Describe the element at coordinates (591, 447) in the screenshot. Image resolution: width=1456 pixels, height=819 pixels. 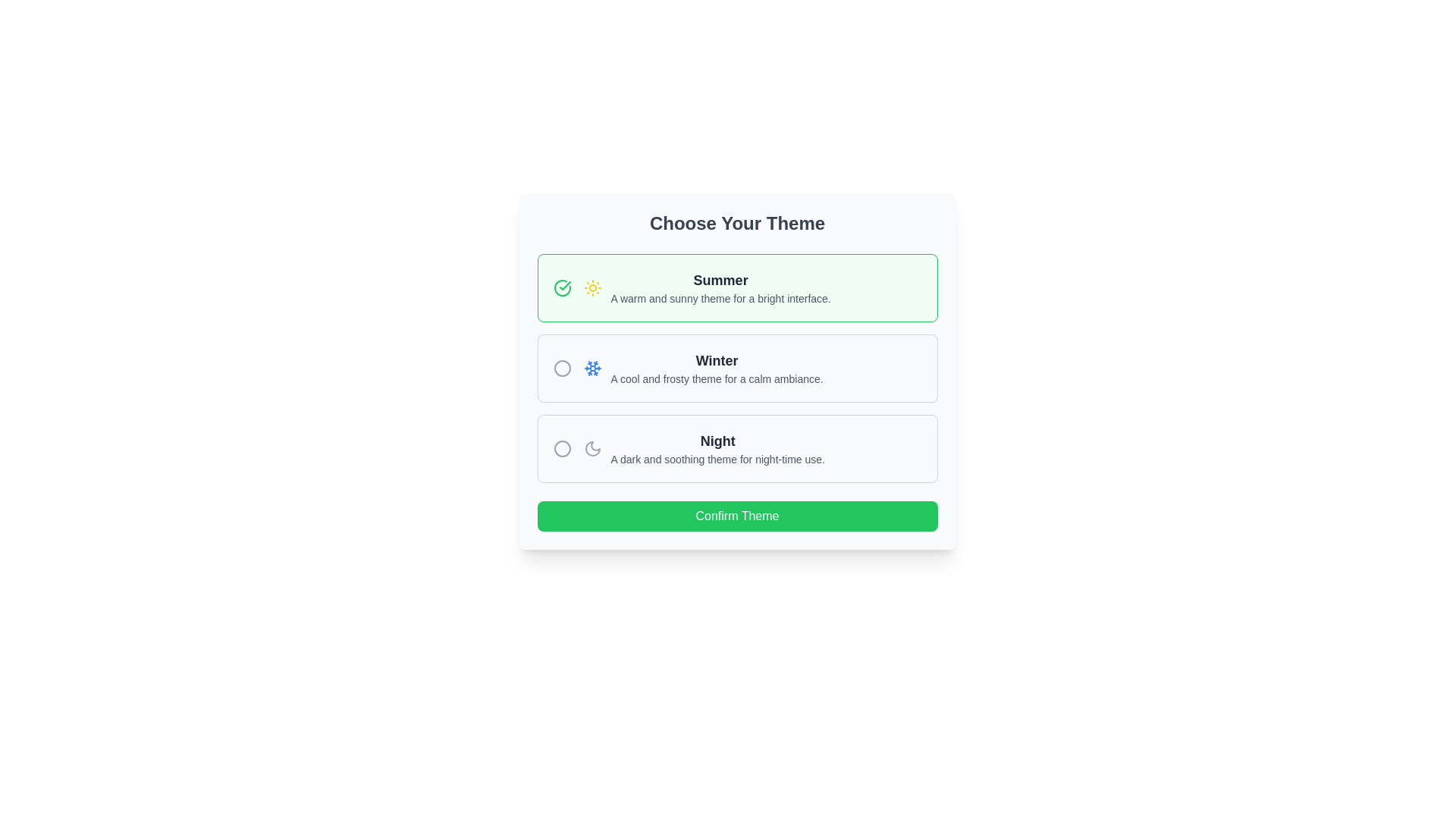
I see `the crescent moon icon representing the 'Night' theme option` at that location.